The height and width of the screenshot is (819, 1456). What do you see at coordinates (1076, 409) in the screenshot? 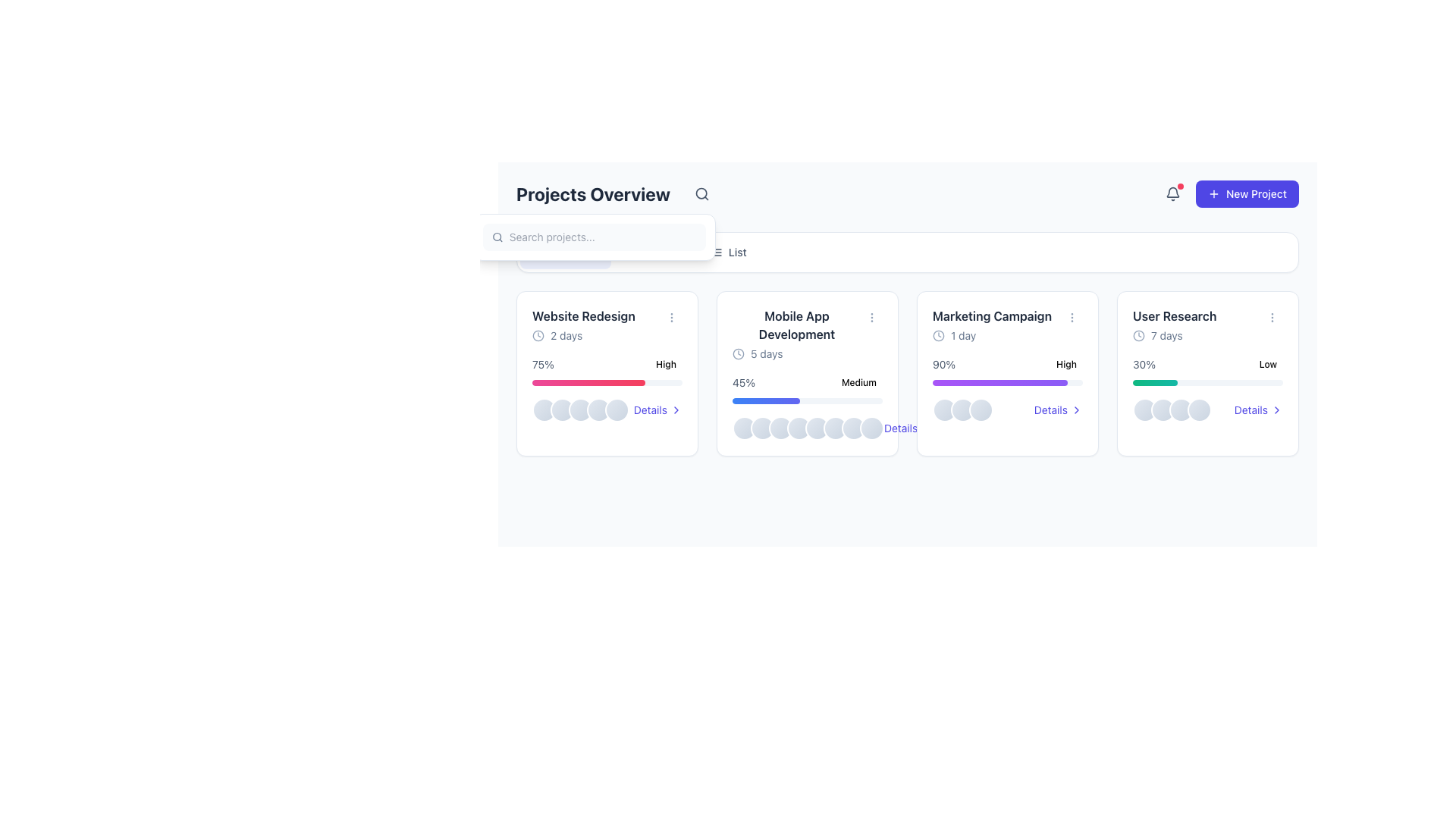
I see `the arrow icon located to the right of the 'Details' text within the project card, which indicates further action or information related to the project` at bounding box center [1076, 409].